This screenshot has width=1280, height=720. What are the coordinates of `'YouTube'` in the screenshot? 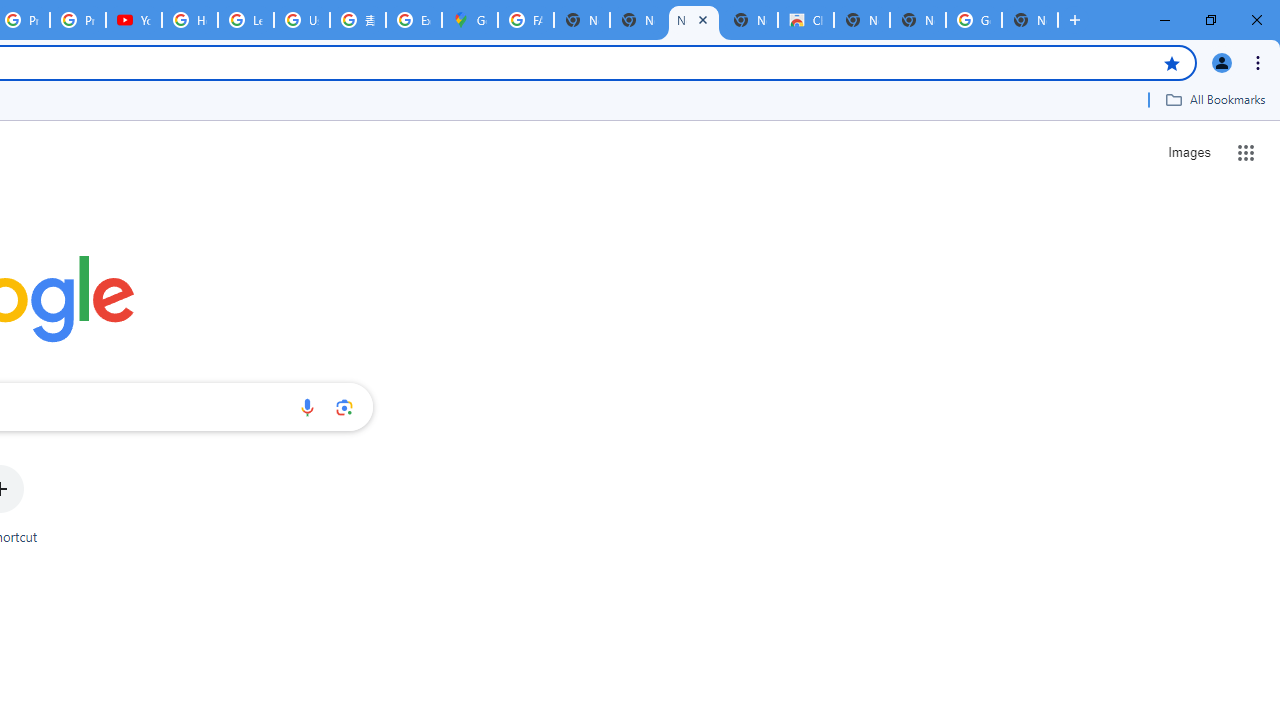 It's located at (133, 20).